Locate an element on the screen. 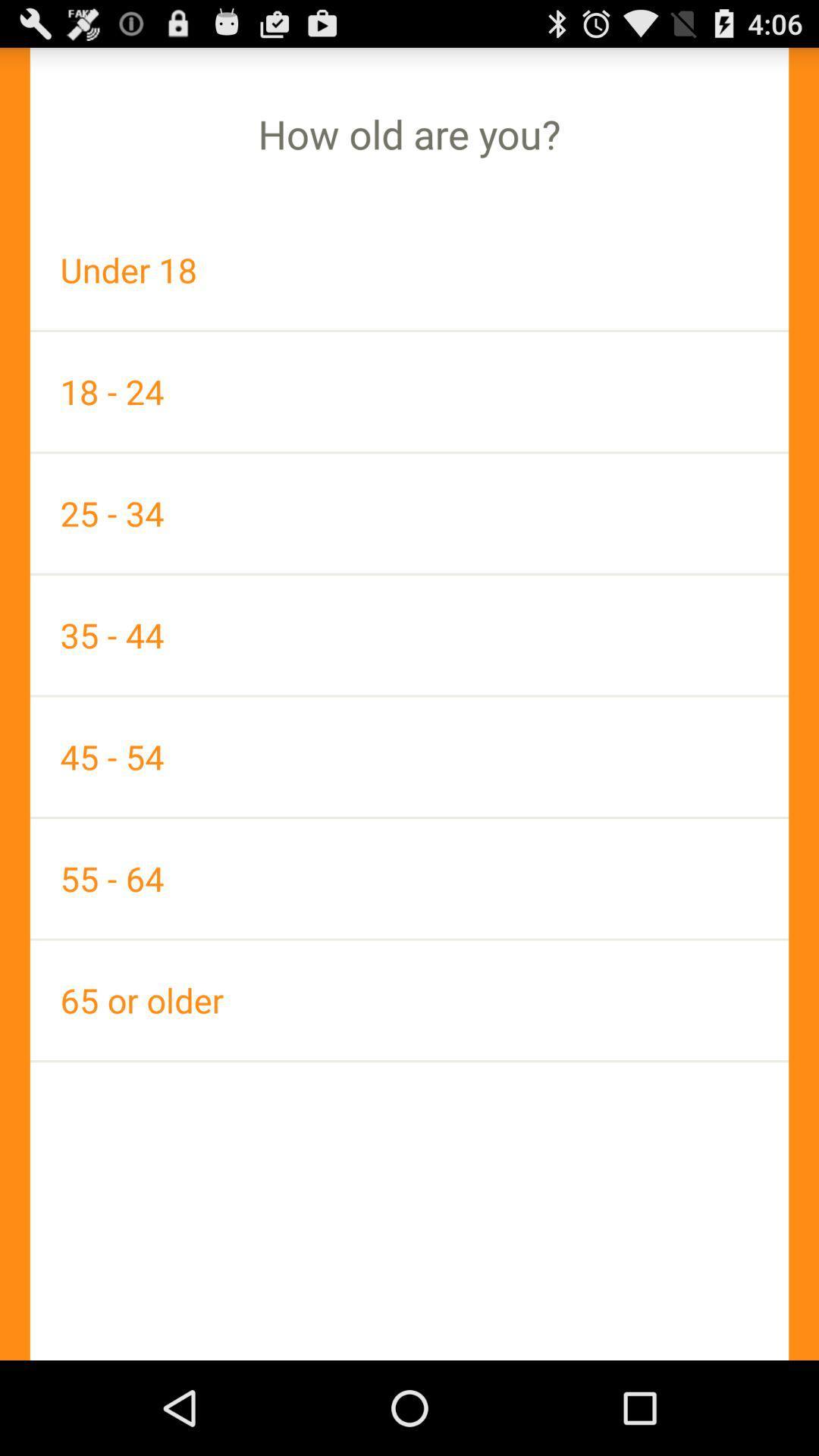 Image resolution: width=819 pixels, height=1456 pixels. 18 - 24 app is located at coordinates (409, 391).